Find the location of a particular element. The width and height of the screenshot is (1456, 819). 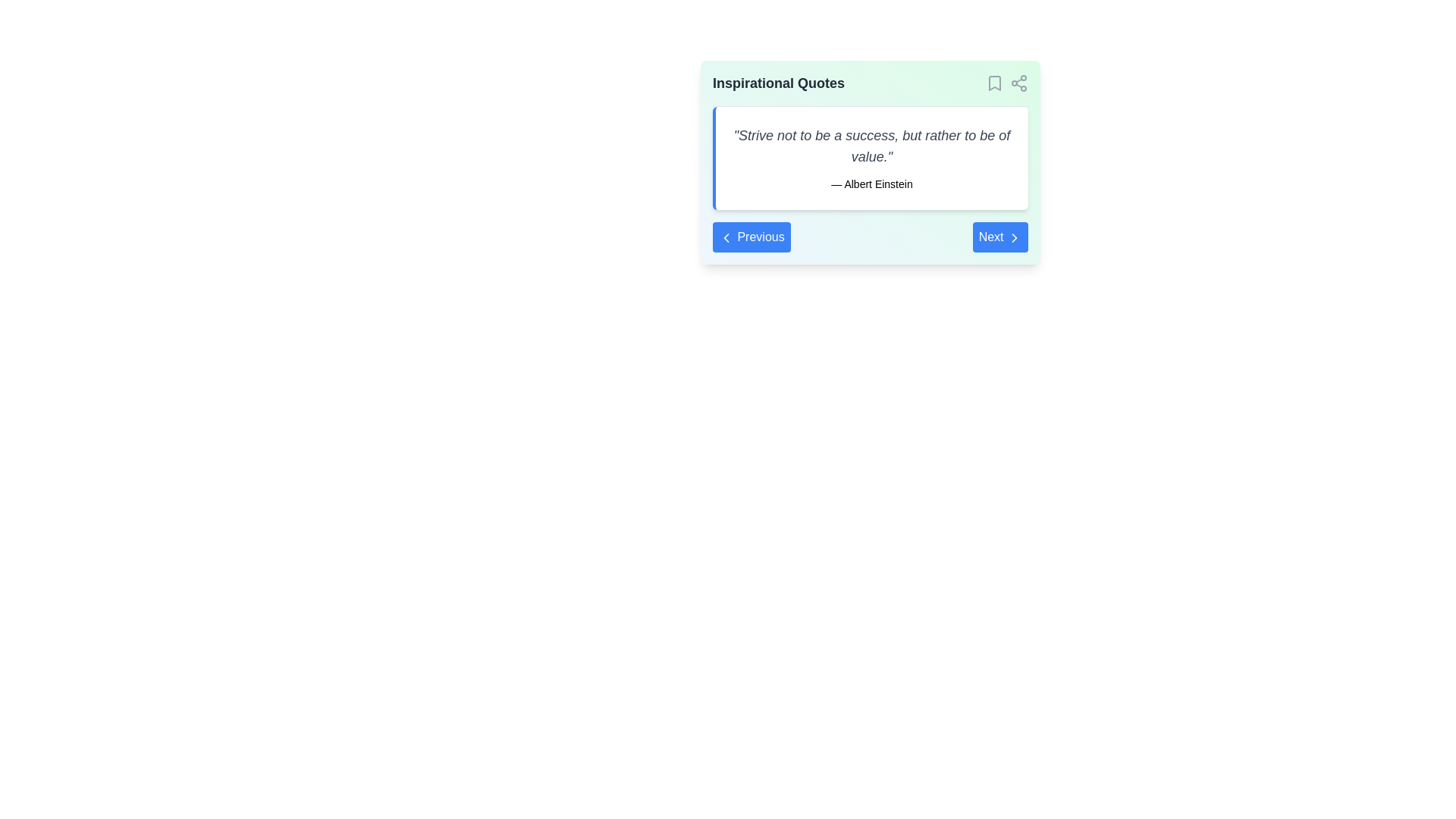

the 'Next' button is located at coordinates (1000, 237).